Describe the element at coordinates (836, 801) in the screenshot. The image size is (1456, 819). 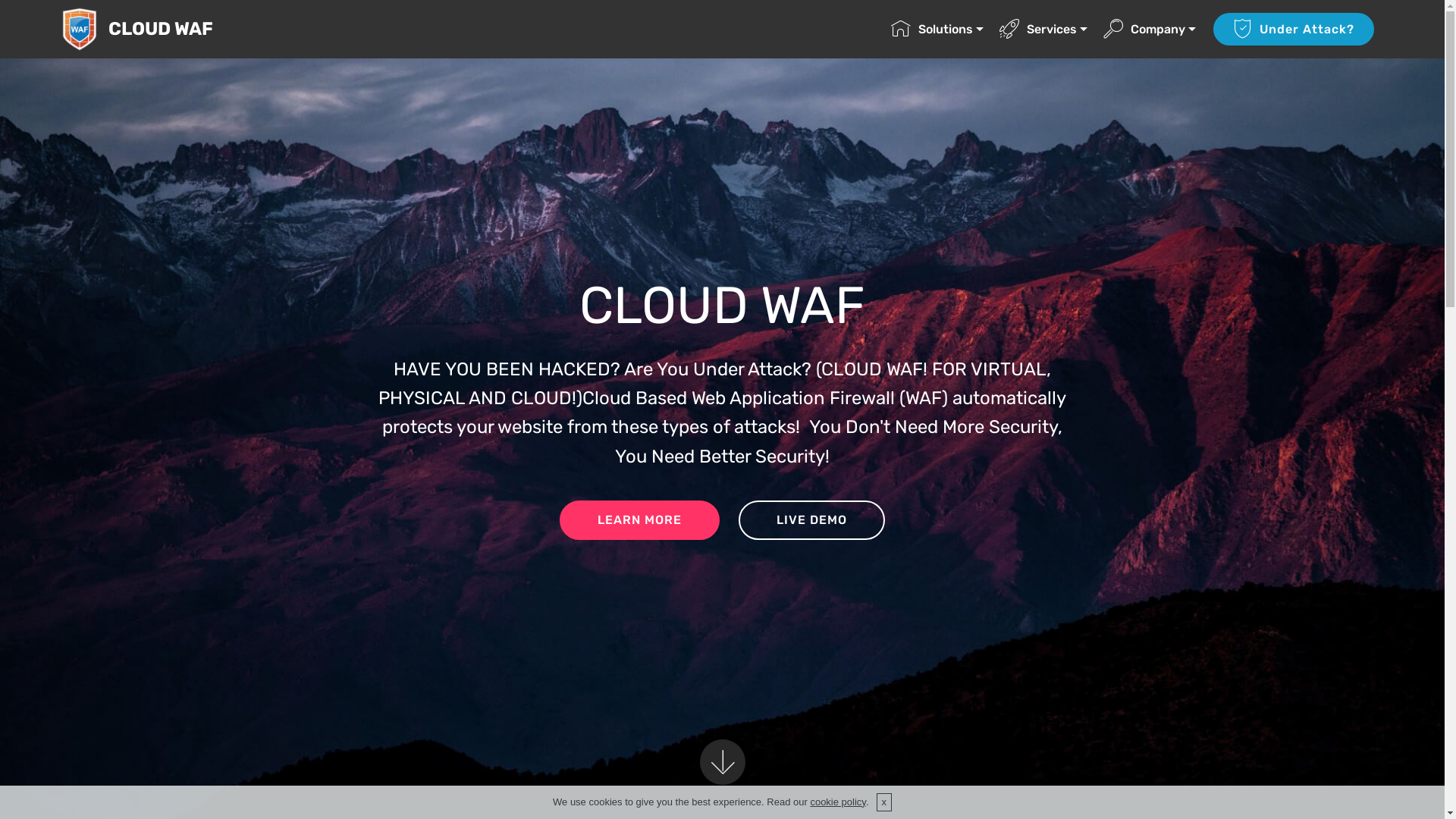
I see `'cookie policy'` at that location.